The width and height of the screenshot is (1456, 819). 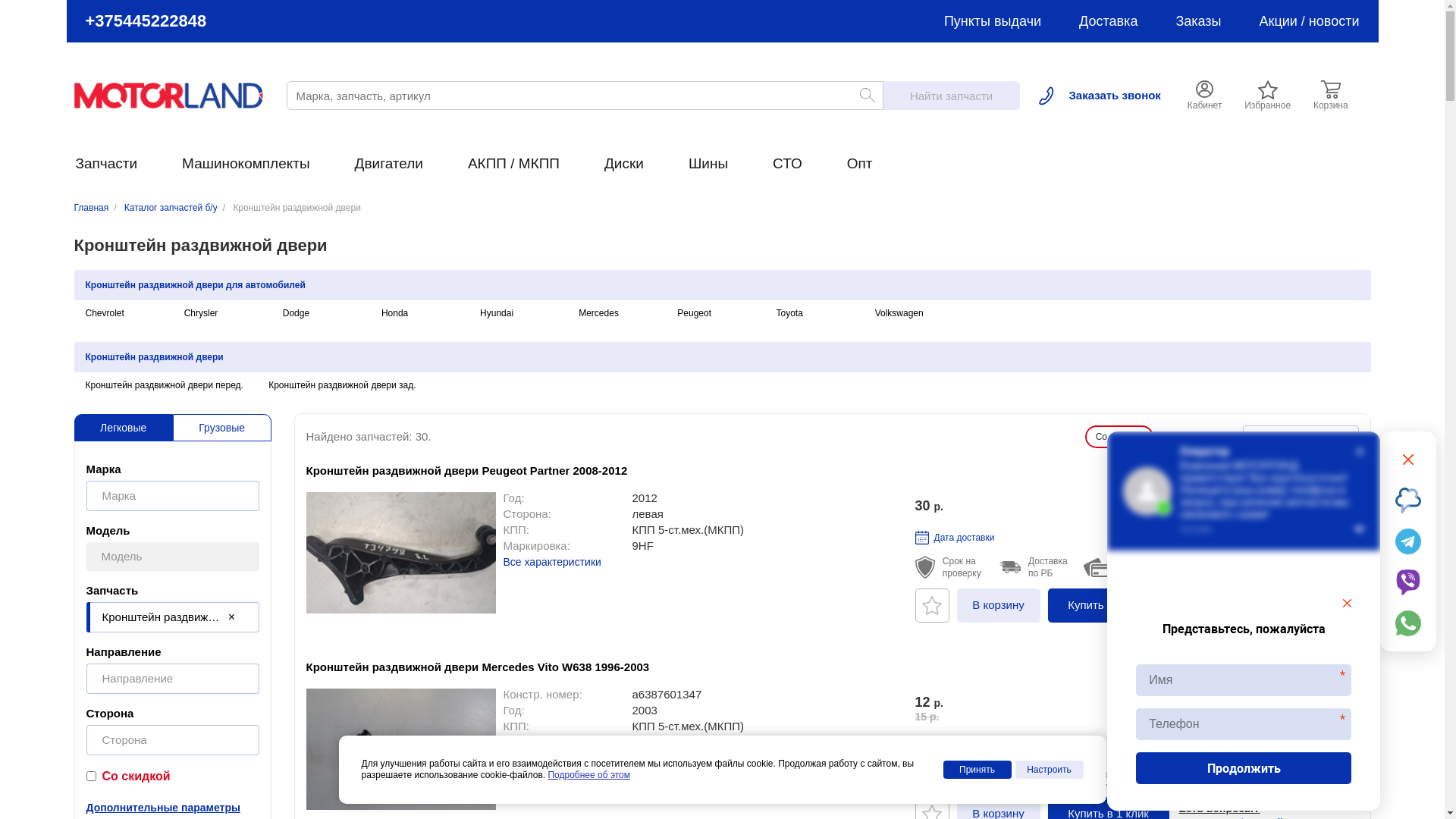 What do you see at coordinates (146, 20) in the screenshot?
I see `'+375445222848'` at bounding box center [146, 20].